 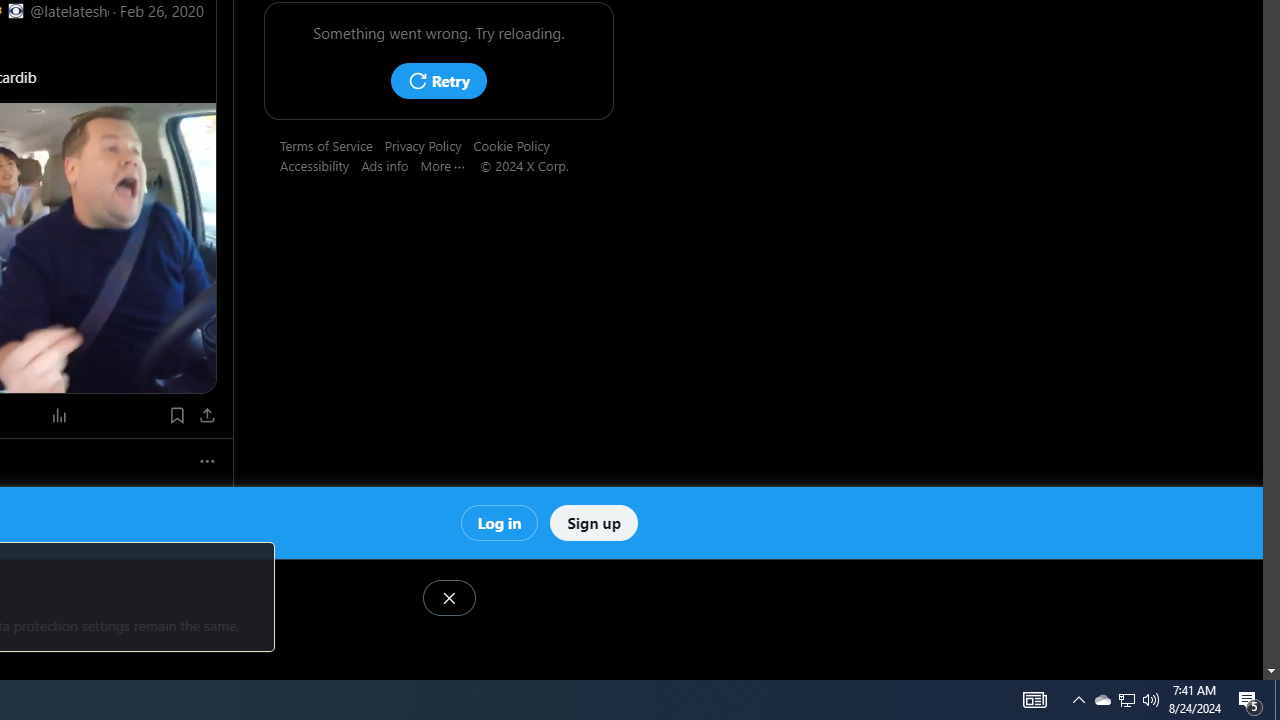 What do you see at coordinates (208, 414) in the screenshot?
I see `'Share post'` at bounding box center [208, 414].